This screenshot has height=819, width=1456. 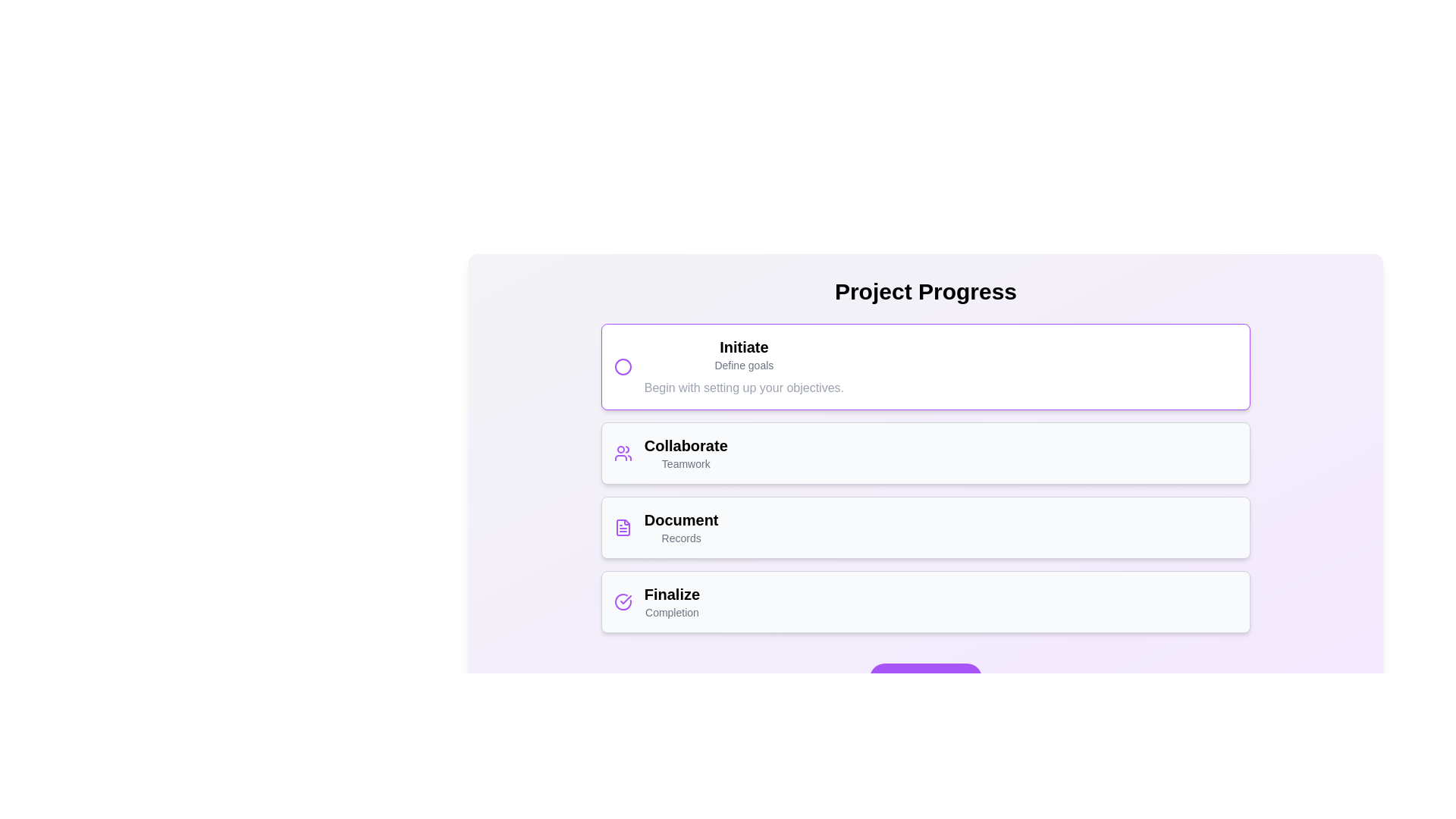 What do you see at coordinates (744, 388) in the screenshot?
I see `the static text display that shows the message 'Begin with setting up your objectives.' which is located underneath the 'Define goals' text in the 'Initiate' section` at bounding box center [744, 388].